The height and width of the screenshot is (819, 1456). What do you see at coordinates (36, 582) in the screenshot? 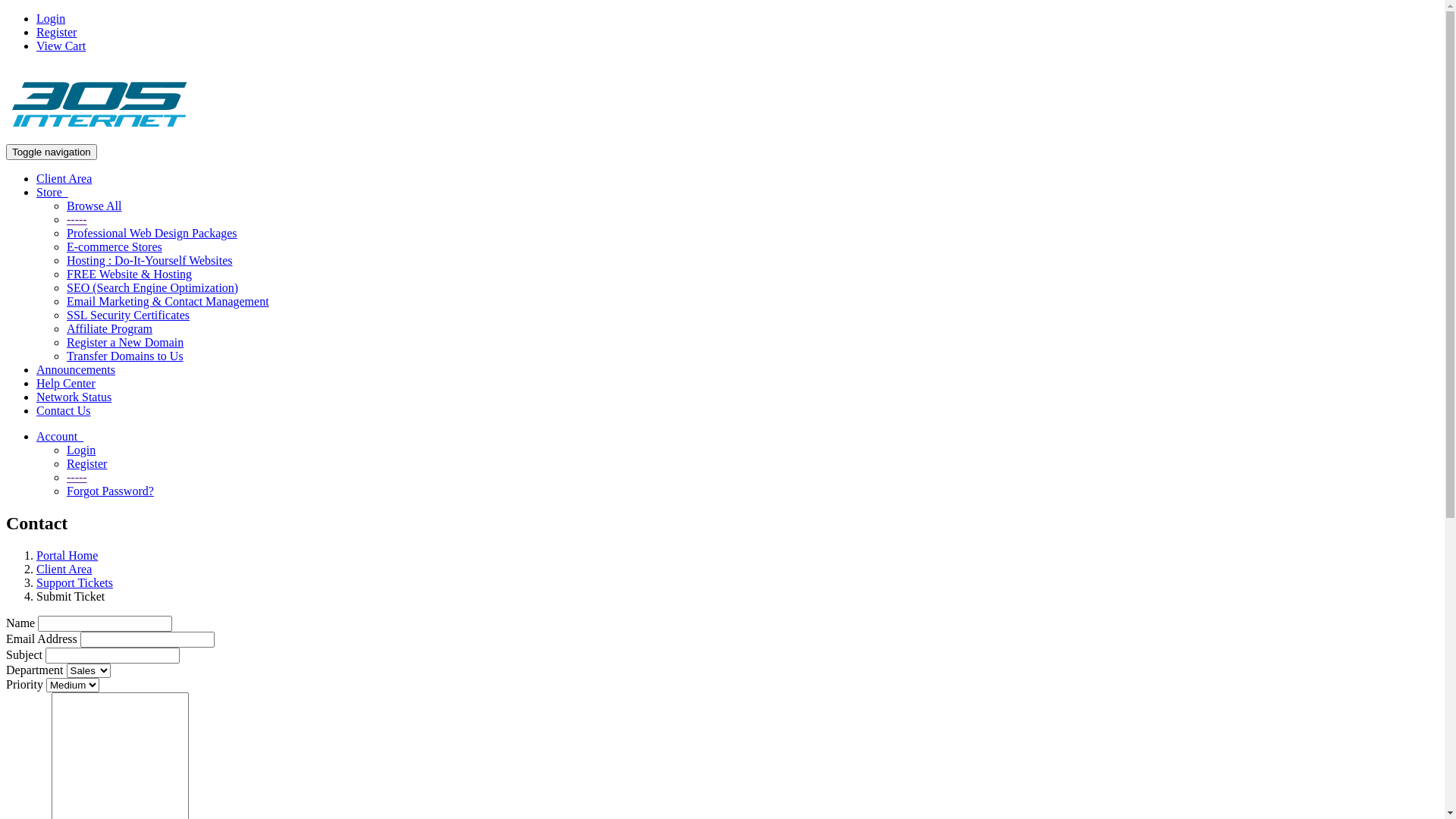
I see `'Support Tickets'` at bounding box center [36, 582].